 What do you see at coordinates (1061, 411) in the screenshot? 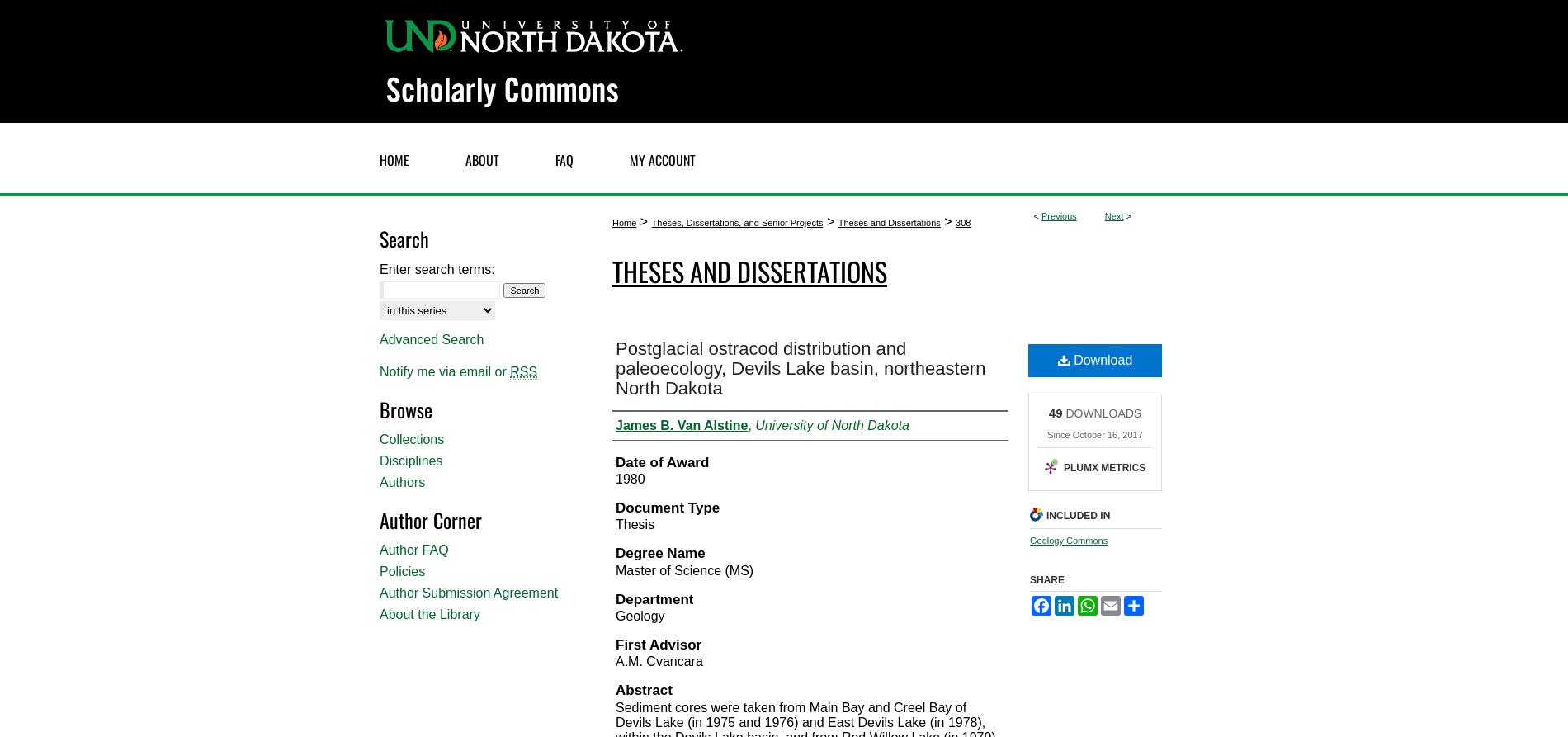
I see `'DOWNLOADS'` at bounding box center [1061, 411].